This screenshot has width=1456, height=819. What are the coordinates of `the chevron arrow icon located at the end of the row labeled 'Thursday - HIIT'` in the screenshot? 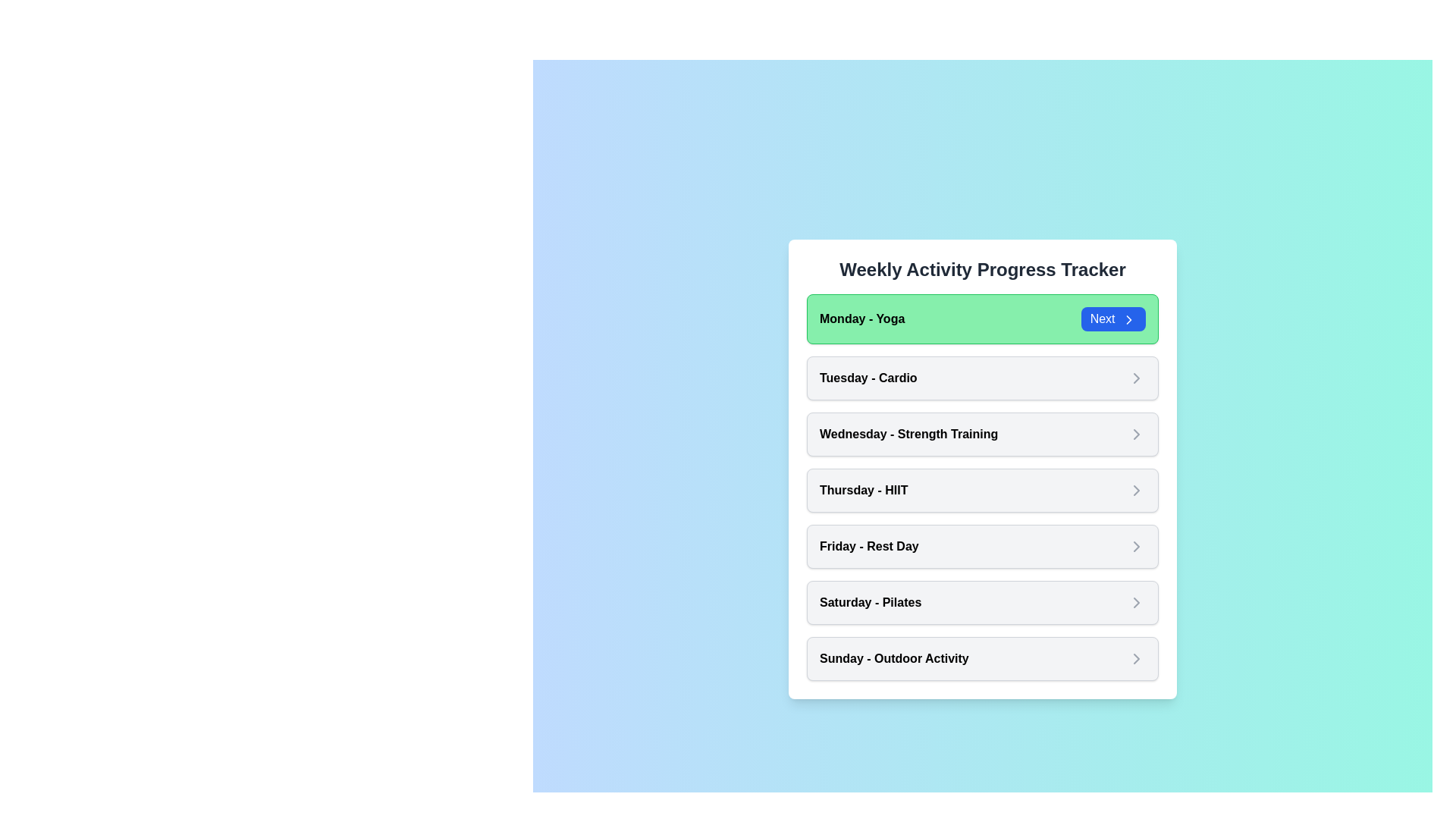 It's located at (1136, 491).